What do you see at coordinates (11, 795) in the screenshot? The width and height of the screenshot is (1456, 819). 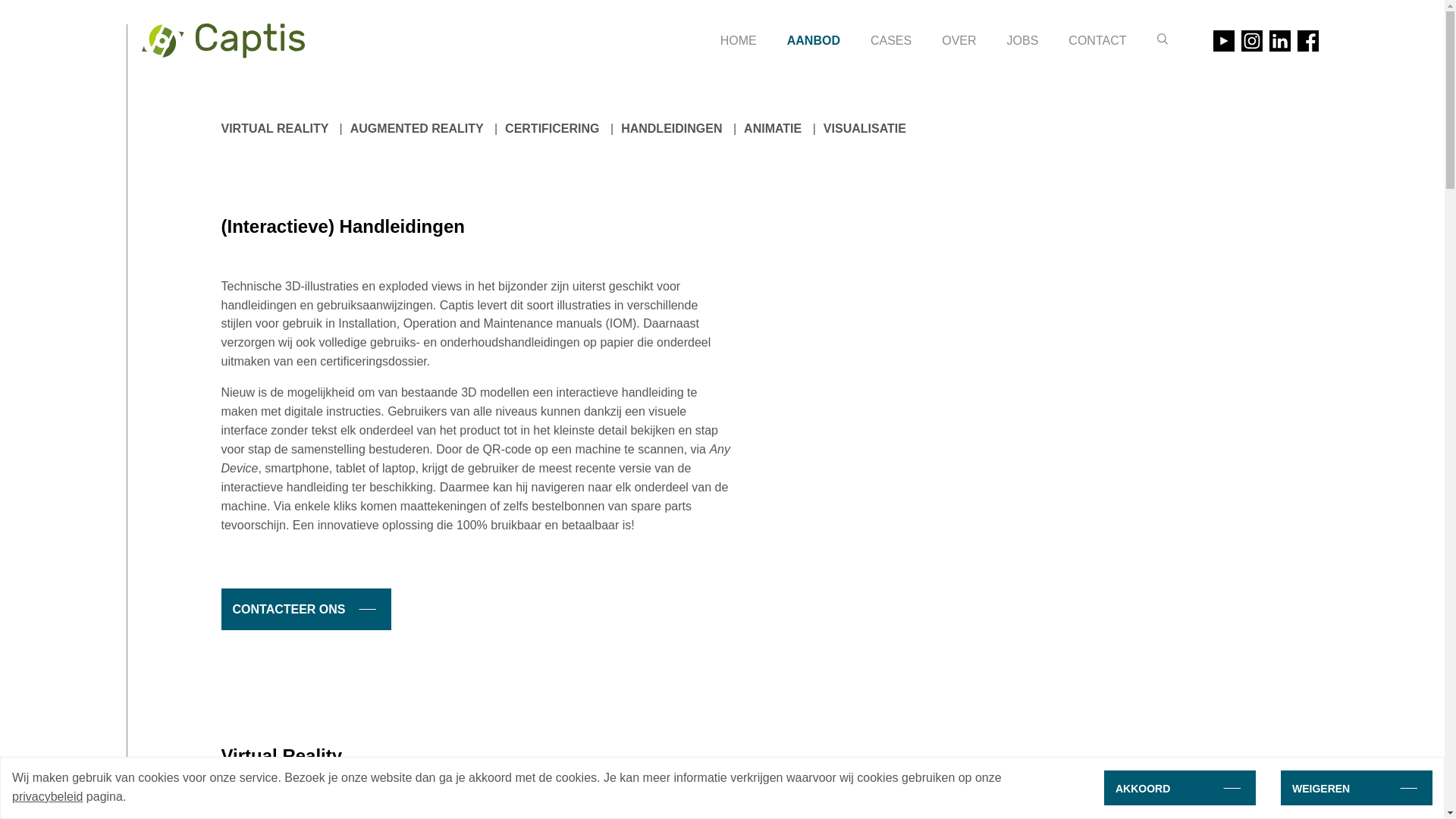 I see `'privacybeleid'` at bounding box center [11, 795].